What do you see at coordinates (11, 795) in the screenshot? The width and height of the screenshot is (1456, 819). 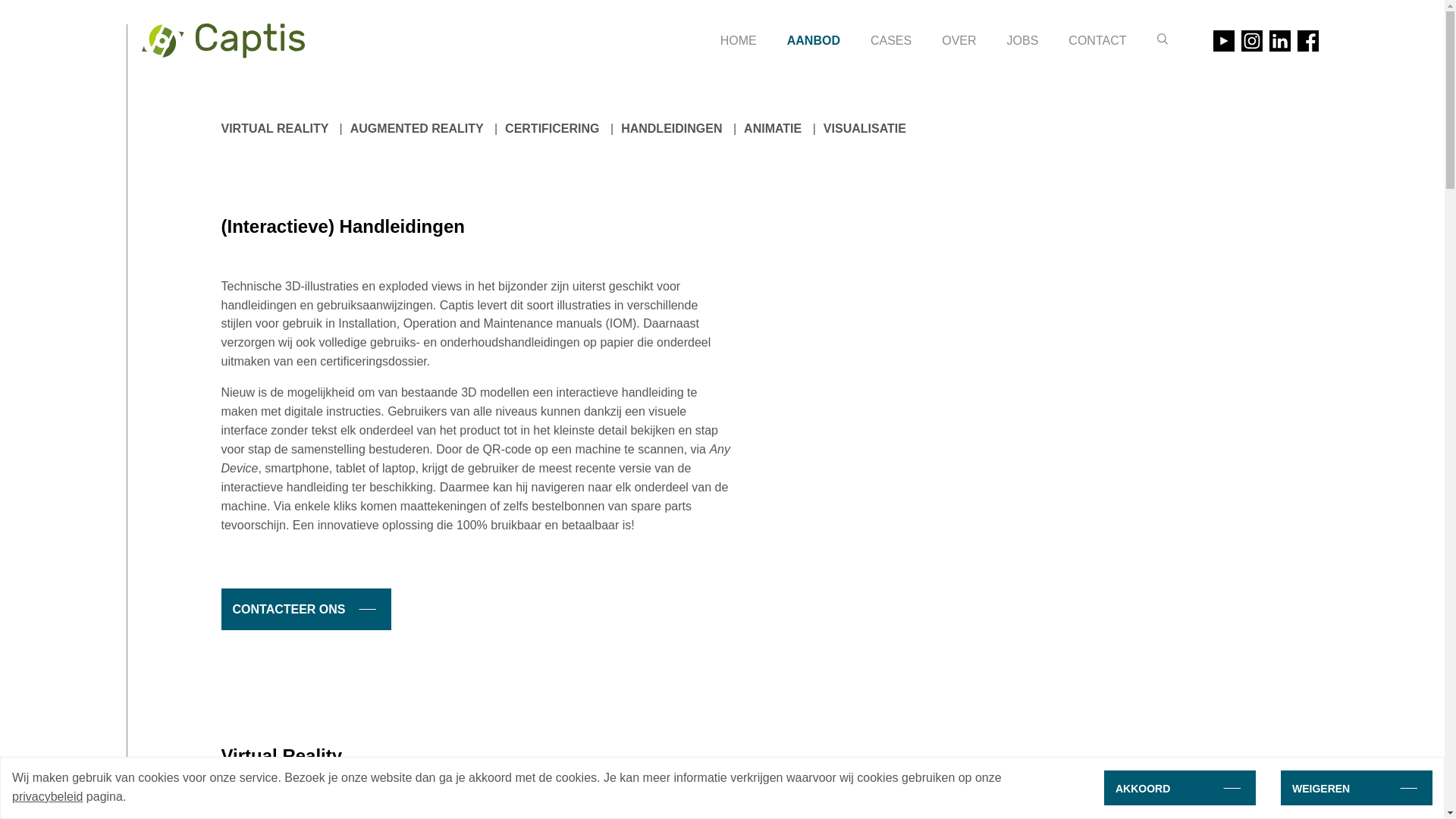 I see `'privacybeleid'` at bounding box center [11, 795].